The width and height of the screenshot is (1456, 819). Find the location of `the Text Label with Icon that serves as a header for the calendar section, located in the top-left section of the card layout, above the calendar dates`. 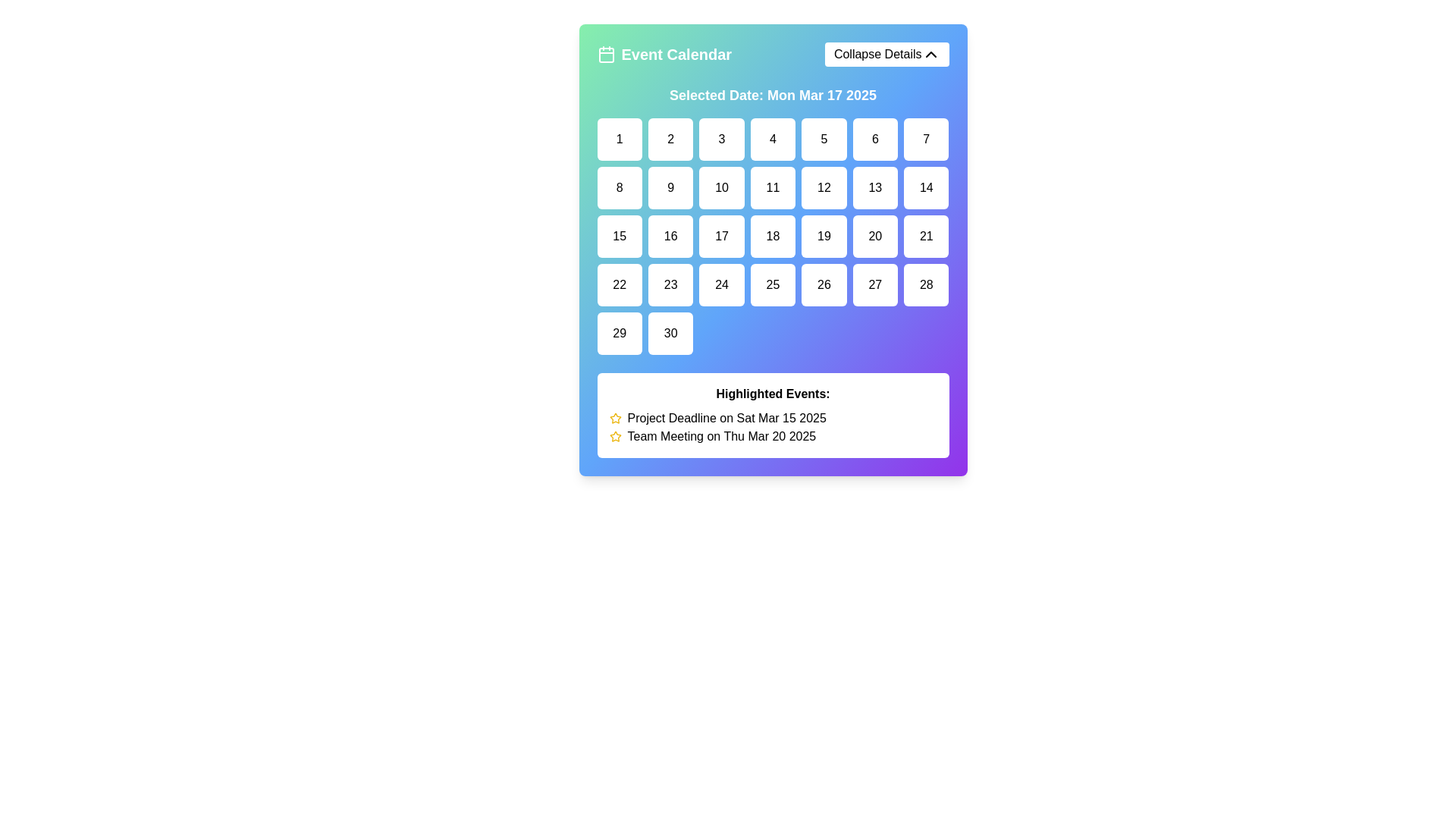

the Text Label with Icon that serves as a header for the calendar section, located in the top-left section of the card layout, above the calendar dates is located at coordinates (664, 54).